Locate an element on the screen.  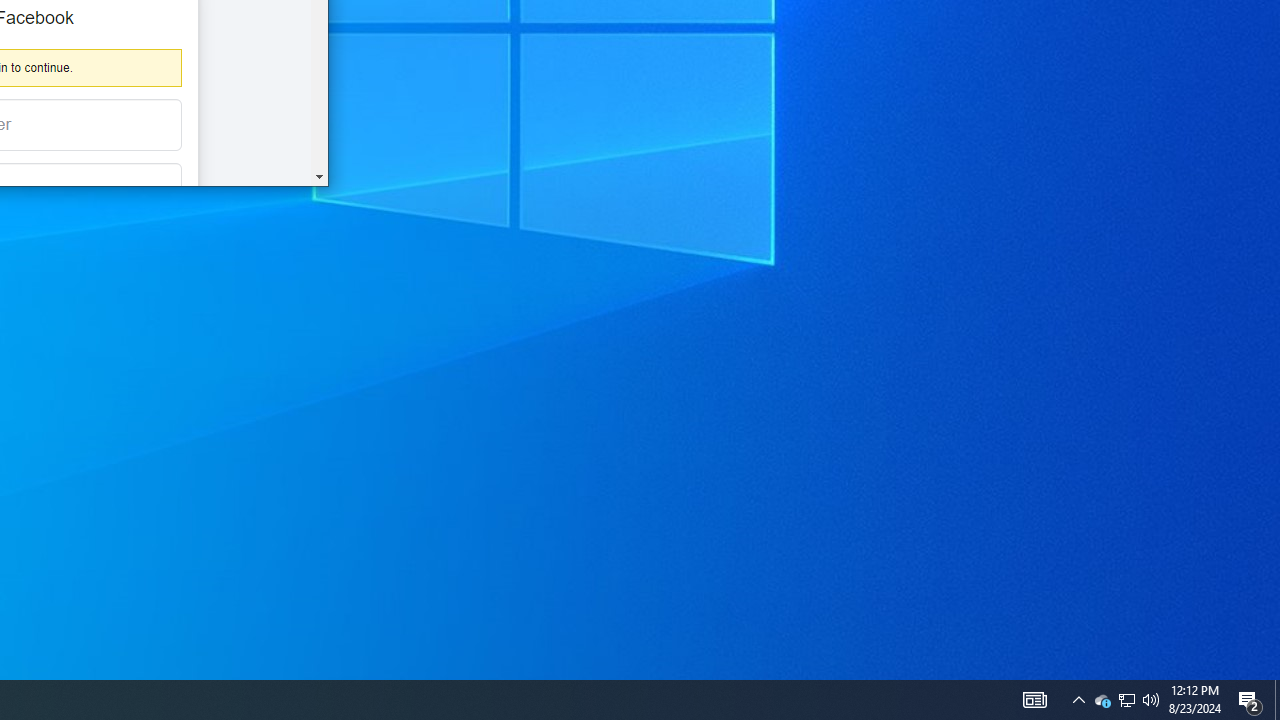
'User Promoted Notification Area' is located at coordinates (1127, 698).